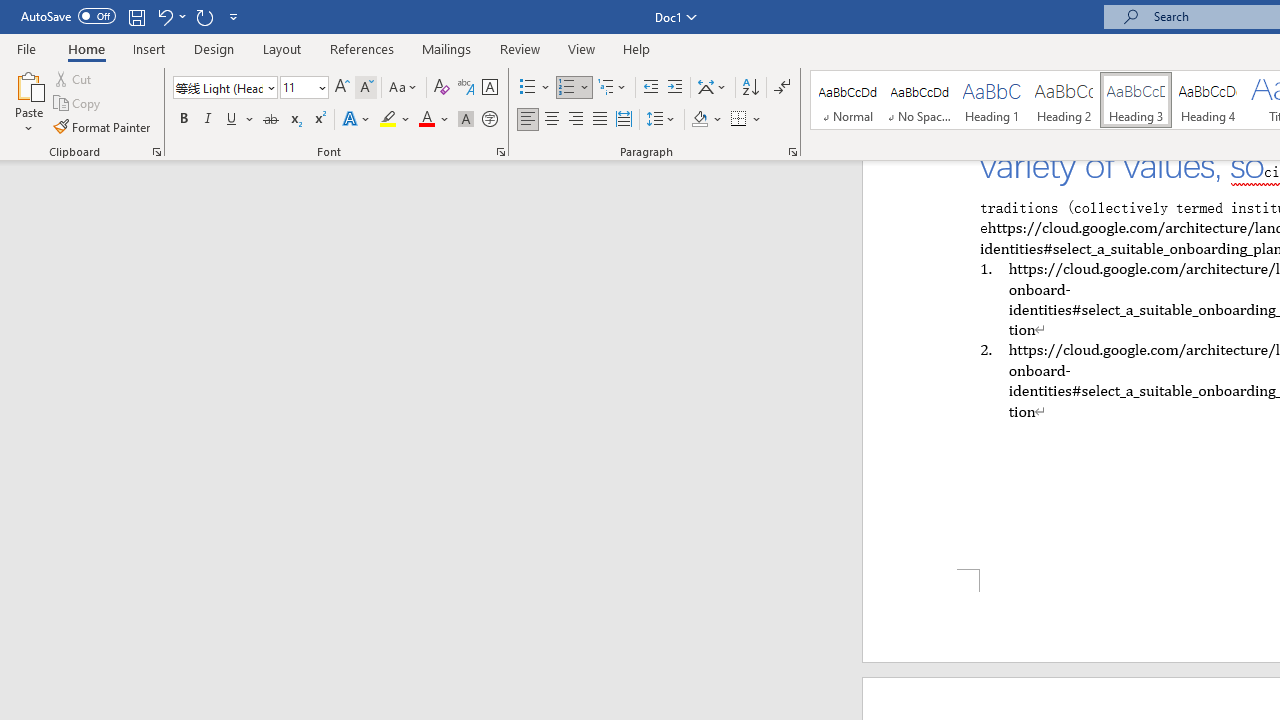  I want to click on 'Text Highlight Color Yellow', so click(388, 119).